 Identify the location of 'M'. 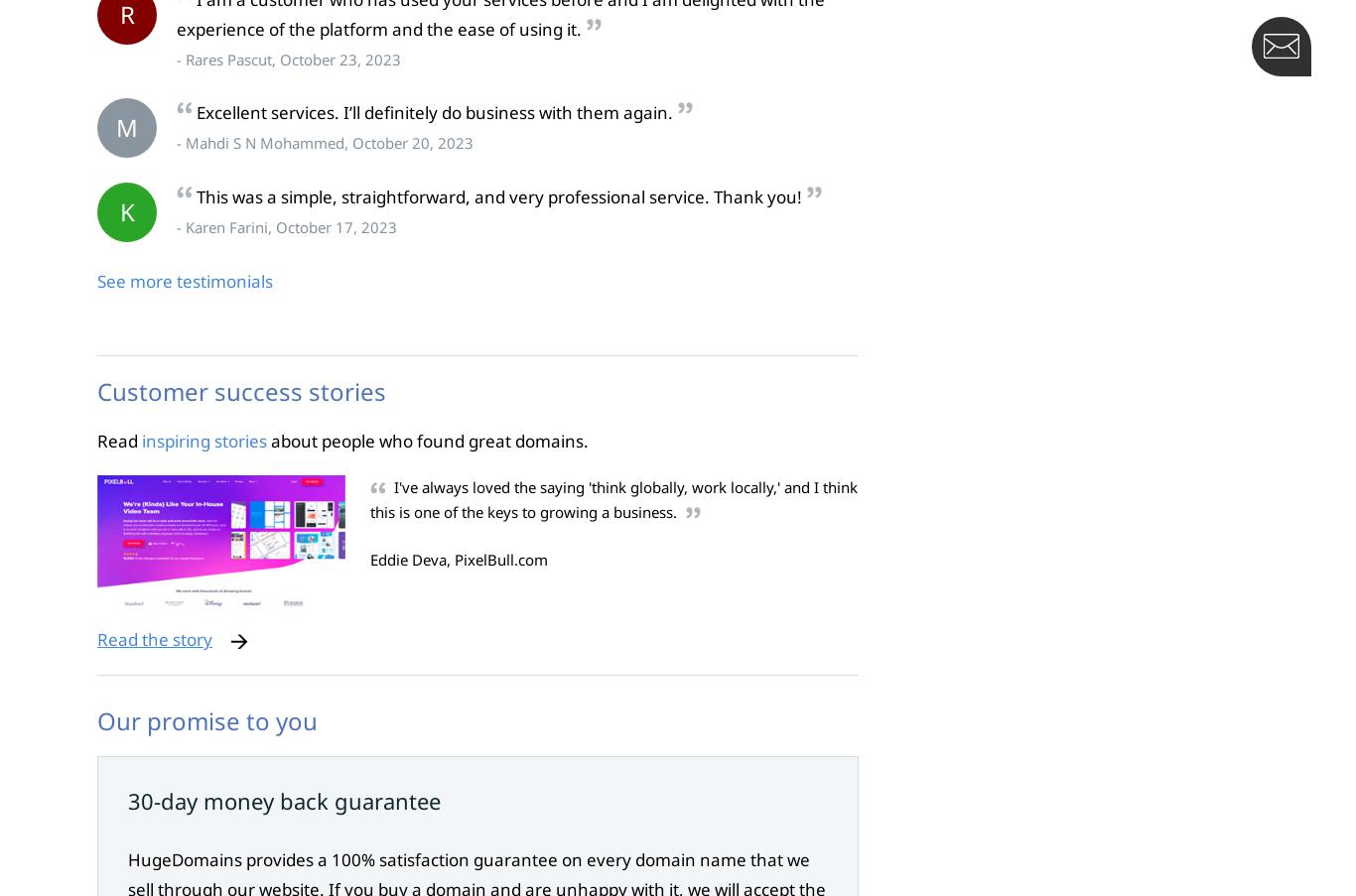
(125, 127).